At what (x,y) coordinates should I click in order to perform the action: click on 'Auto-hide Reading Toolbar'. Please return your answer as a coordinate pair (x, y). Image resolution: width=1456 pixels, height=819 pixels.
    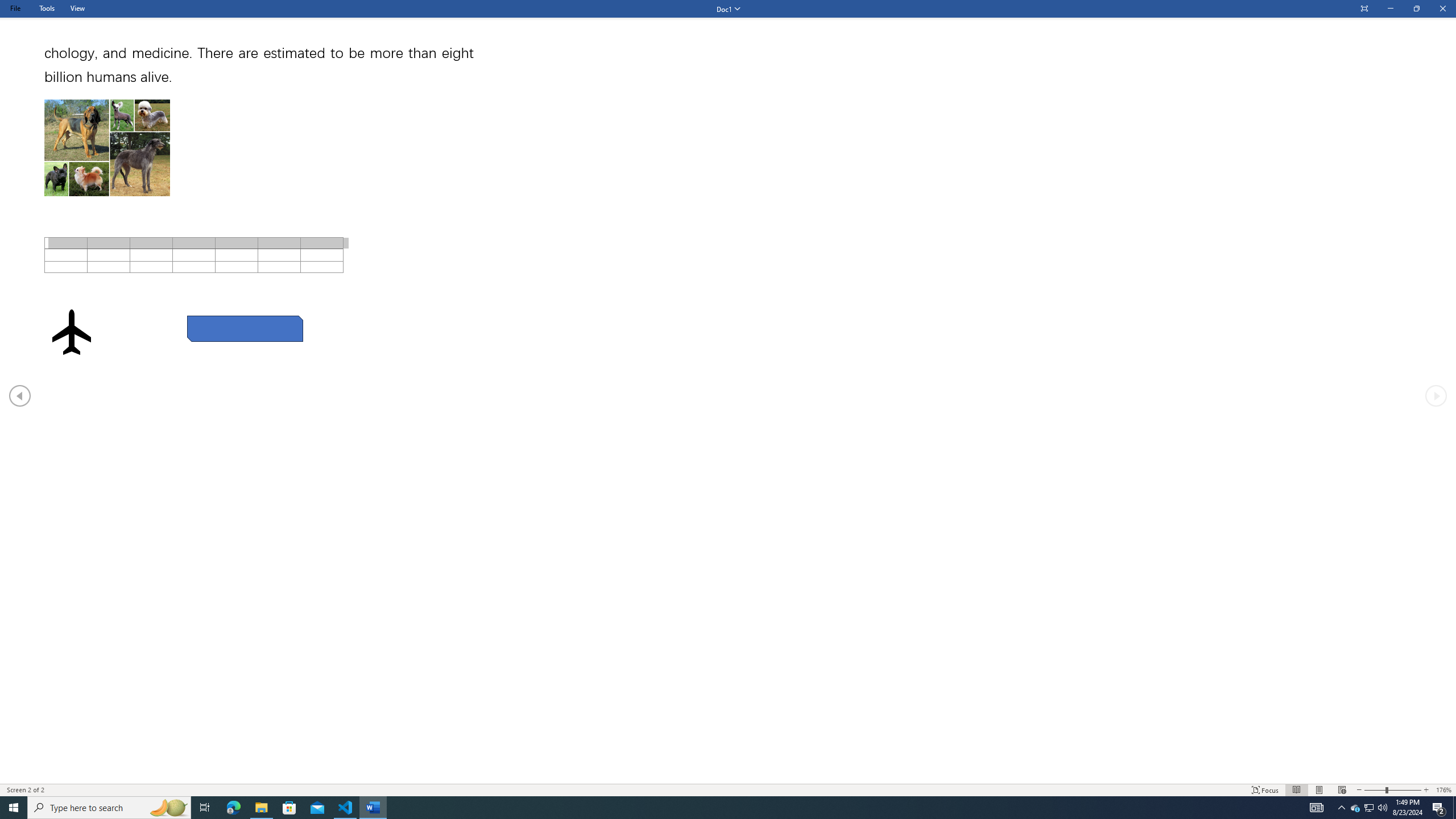
    Looking at the image, I should click on (1363, 9).